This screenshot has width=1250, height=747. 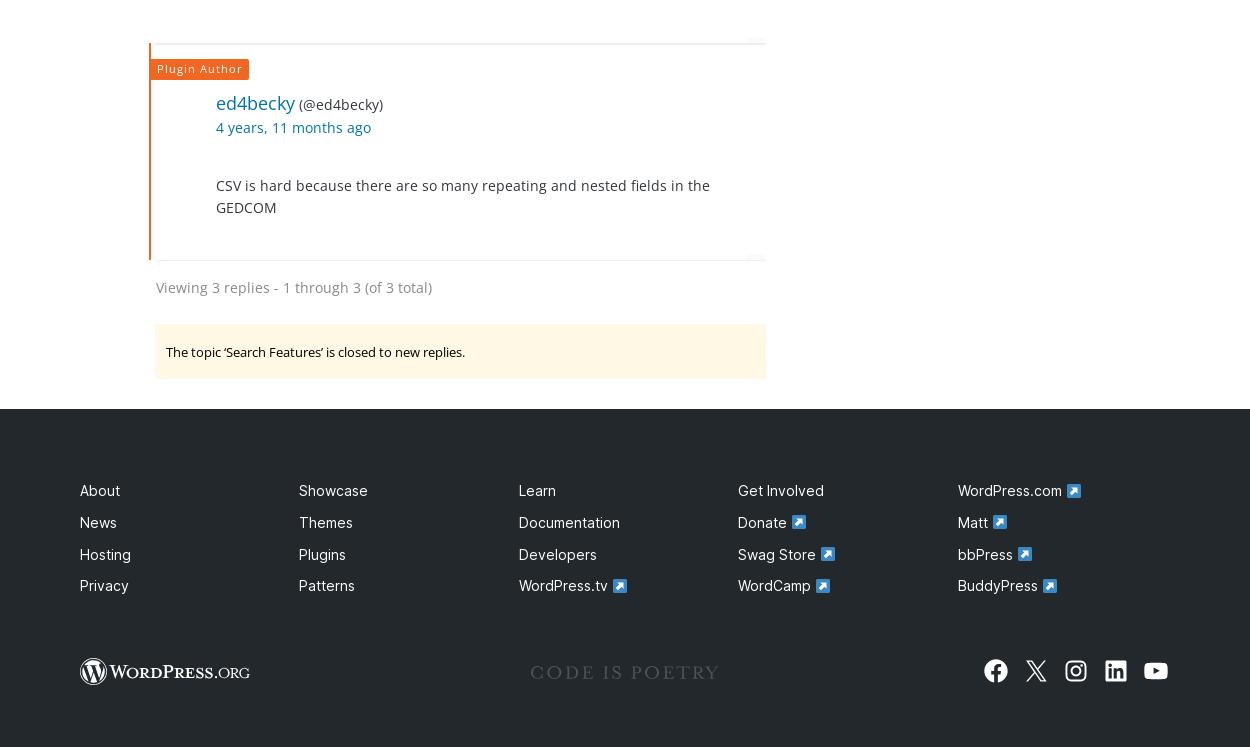 I want to click on 'WordPress.com', so click(x=955, y=489).